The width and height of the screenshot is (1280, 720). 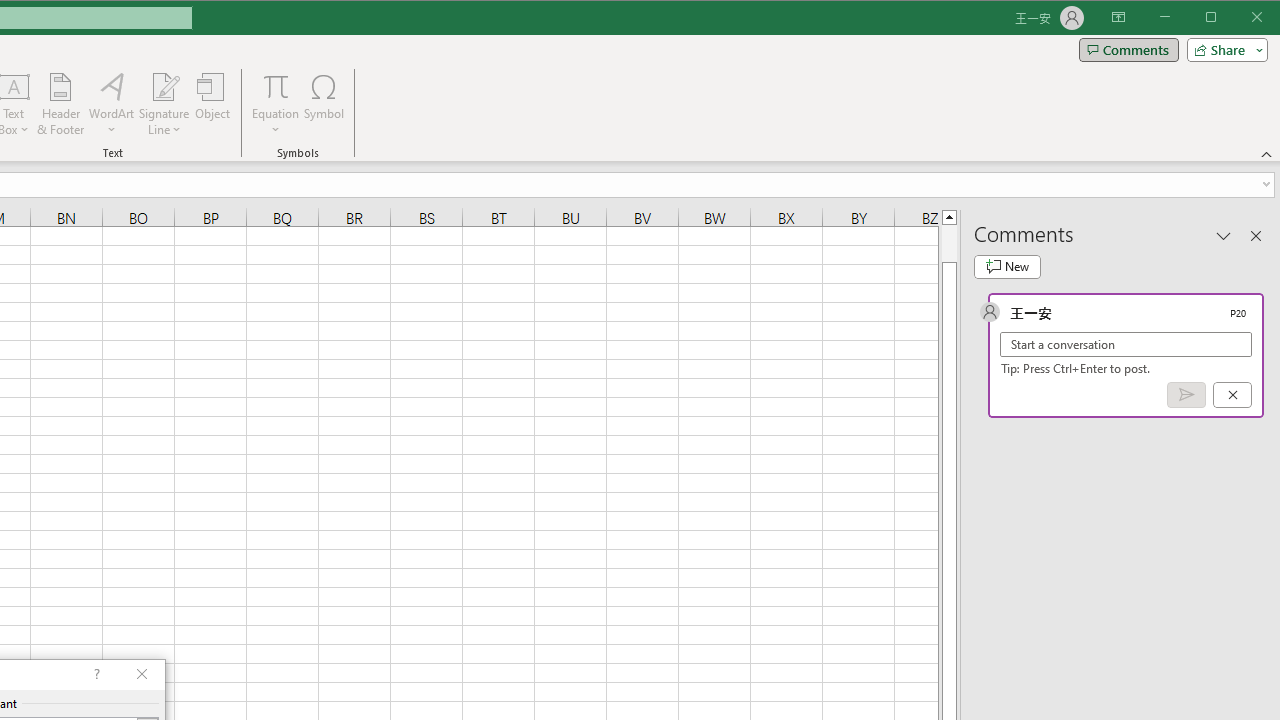 What do you see at coordinates (1238, 19) in the screenshot?
I see `'Maximize'` at bounding box center [1238, 19].